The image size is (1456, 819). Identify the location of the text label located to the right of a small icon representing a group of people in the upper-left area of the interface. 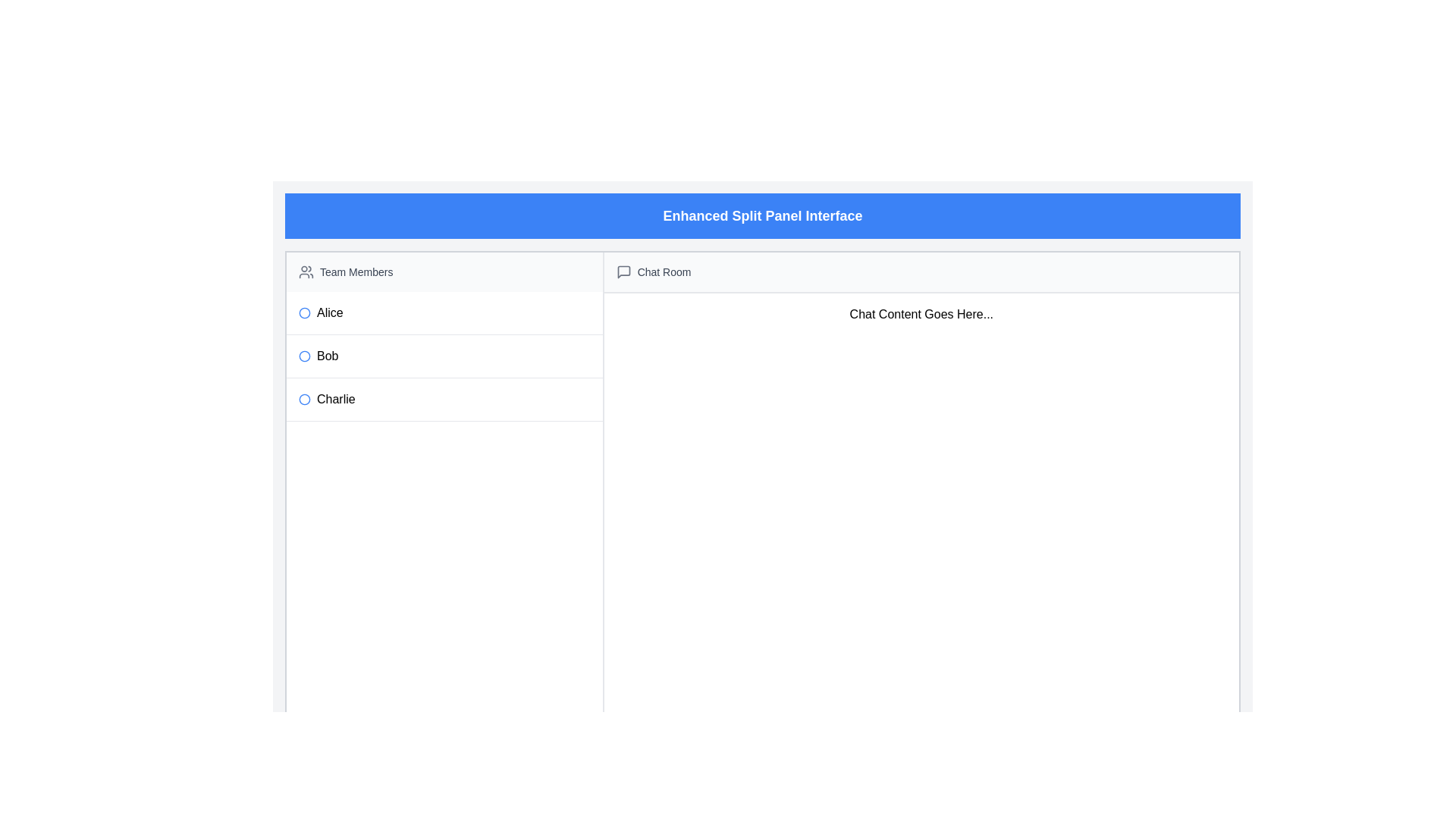
(356, 271).